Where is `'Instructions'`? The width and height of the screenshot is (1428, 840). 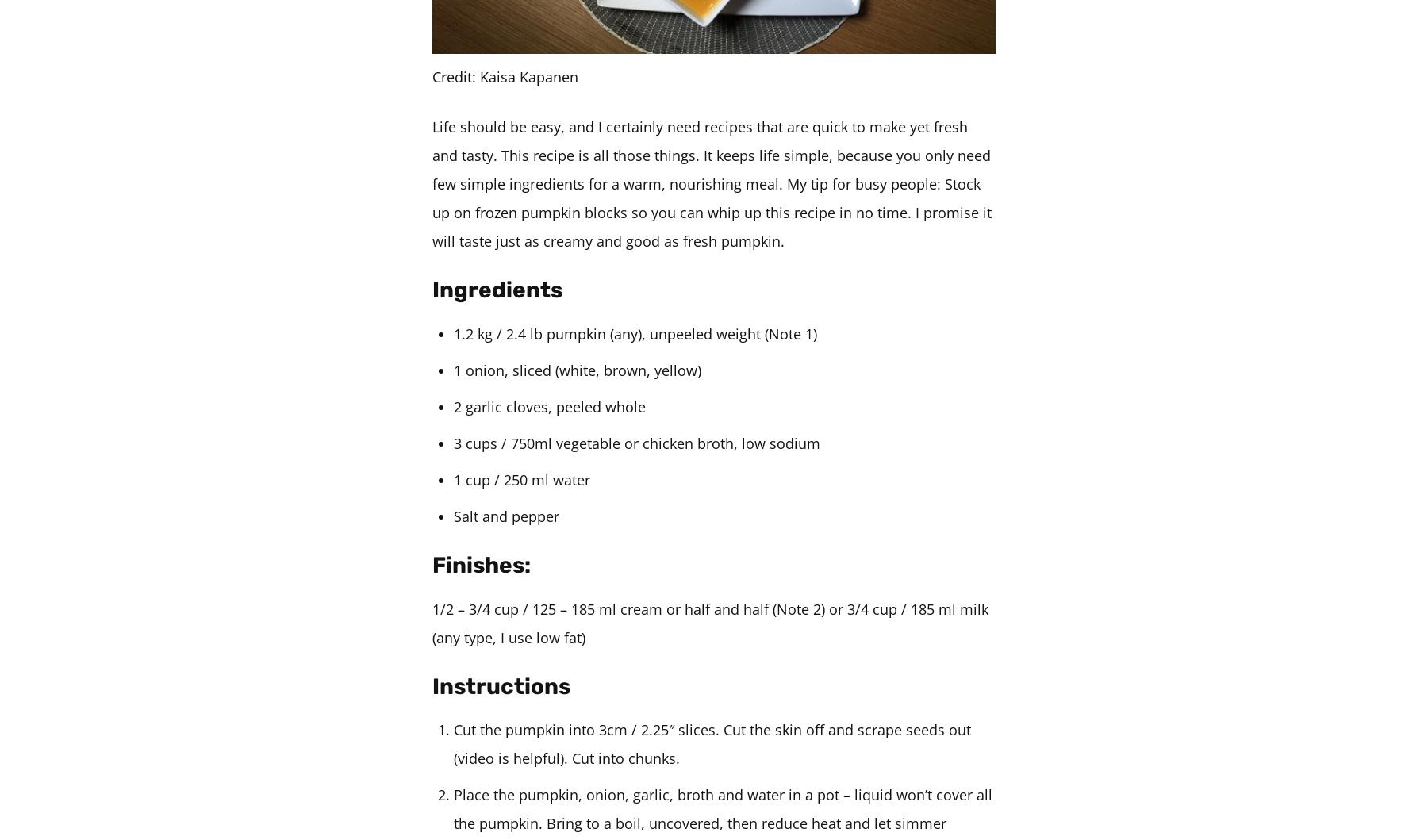
'Instructions' is located at coordinates (432, 685).